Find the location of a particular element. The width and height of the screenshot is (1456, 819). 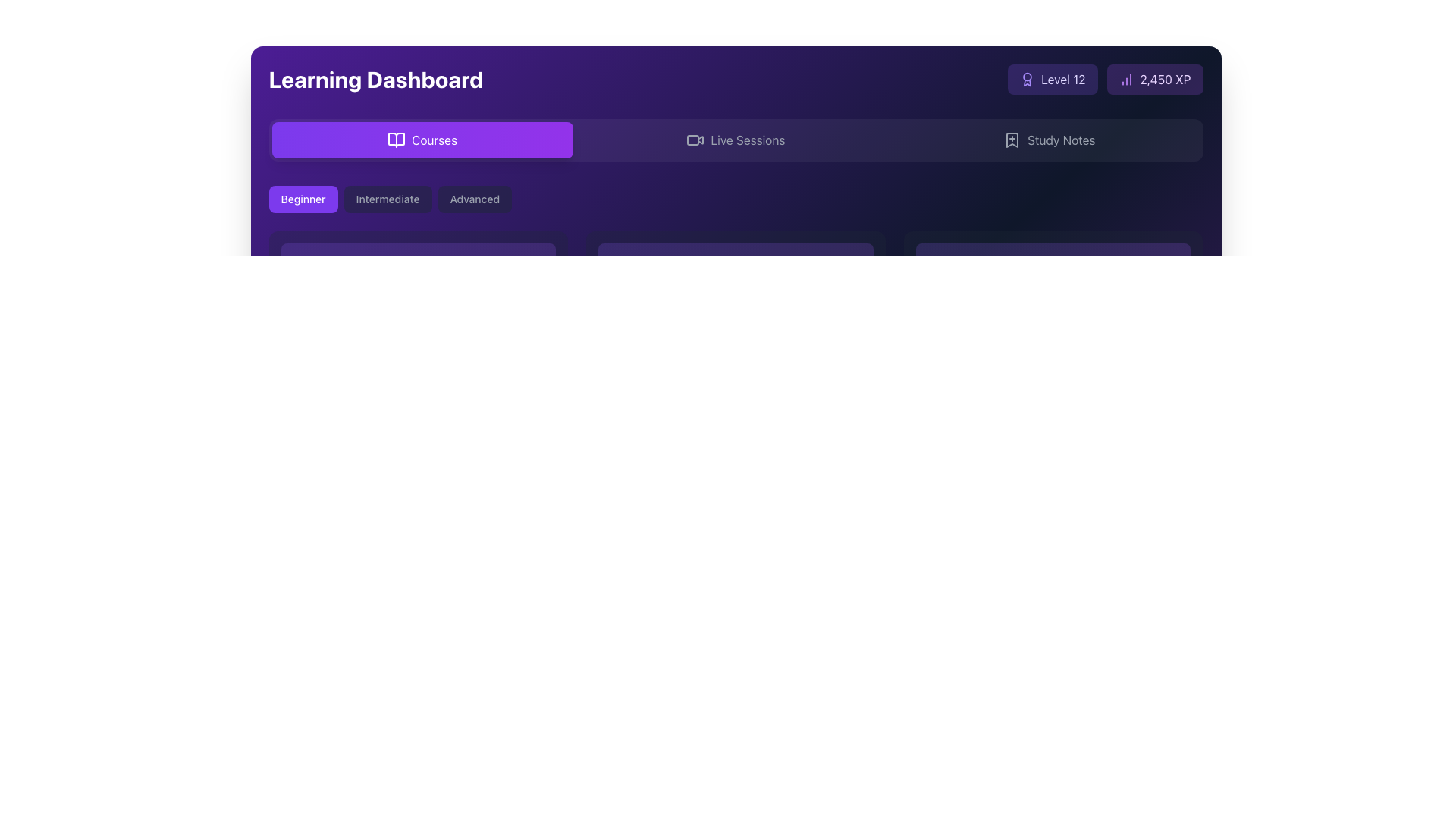

text label displaying the user's current experience points (XP) located in the top-right corner of the interface is located at coordinates (1164, 79).